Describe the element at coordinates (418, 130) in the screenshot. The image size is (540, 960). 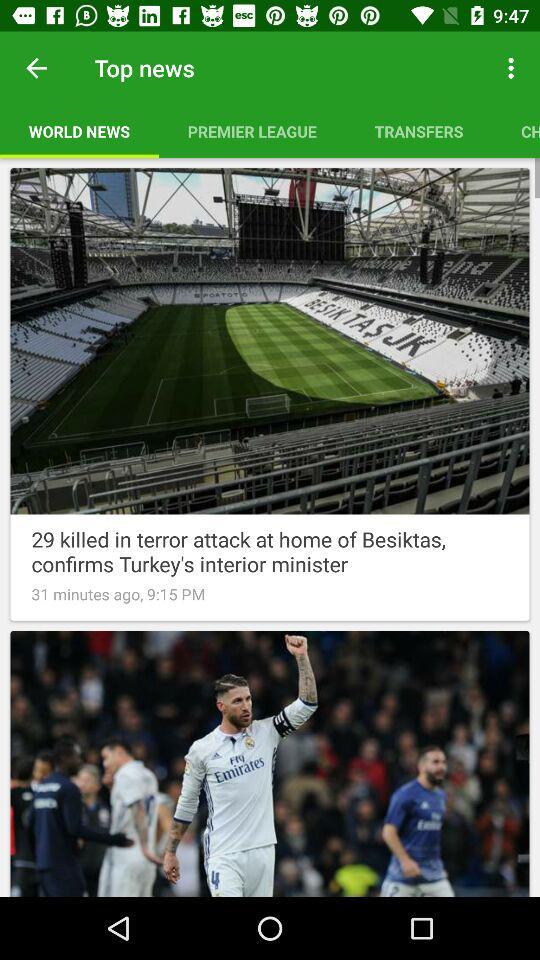
I see `the icon next to champions league item` at that location.